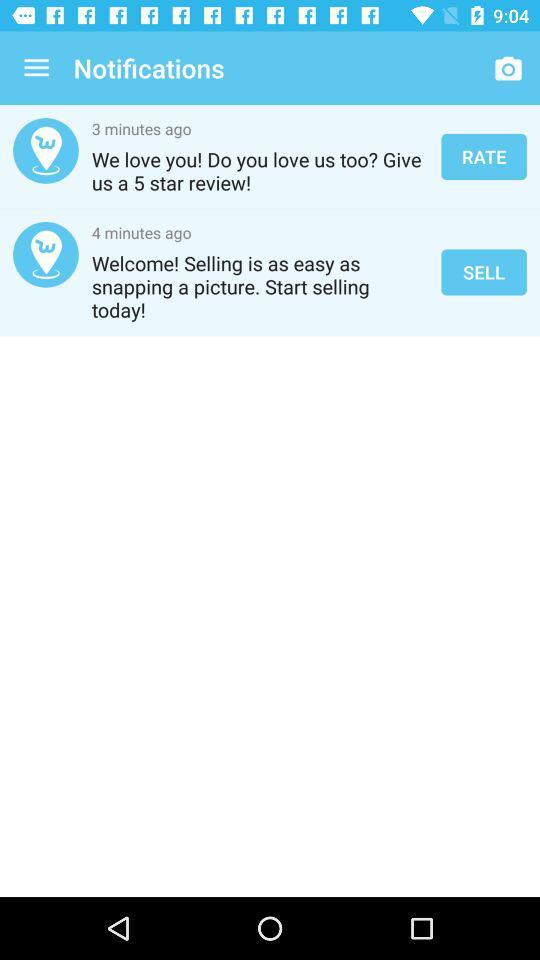 The width and height of the screenshot is (540, 960). Describe the element at coordinates (483, 155) in the screenshot. I see `the icon to the right of 3 minutes ago item` at that location.